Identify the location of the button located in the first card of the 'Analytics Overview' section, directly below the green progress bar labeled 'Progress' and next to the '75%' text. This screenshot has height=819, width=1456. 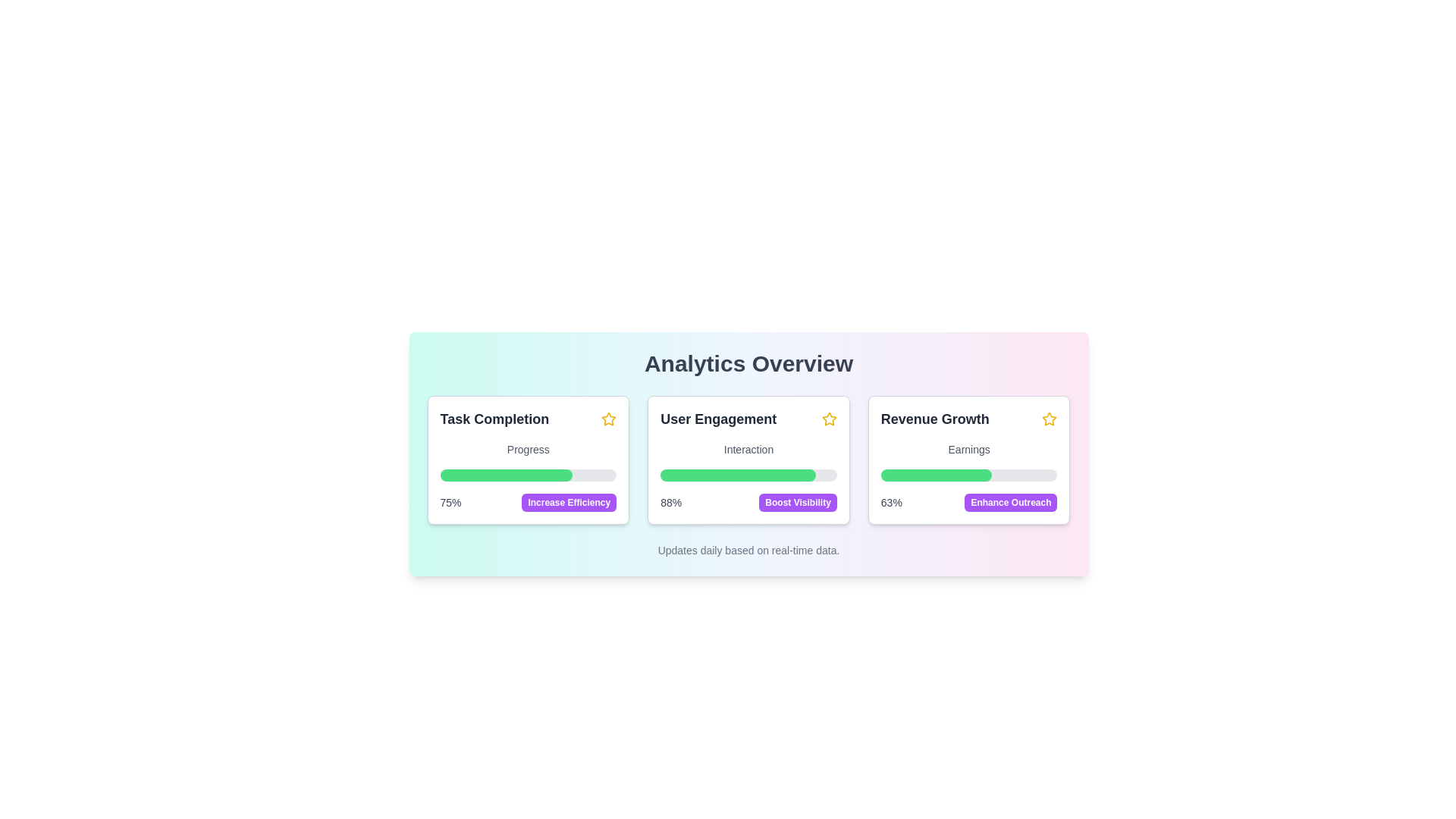
(568, 503).